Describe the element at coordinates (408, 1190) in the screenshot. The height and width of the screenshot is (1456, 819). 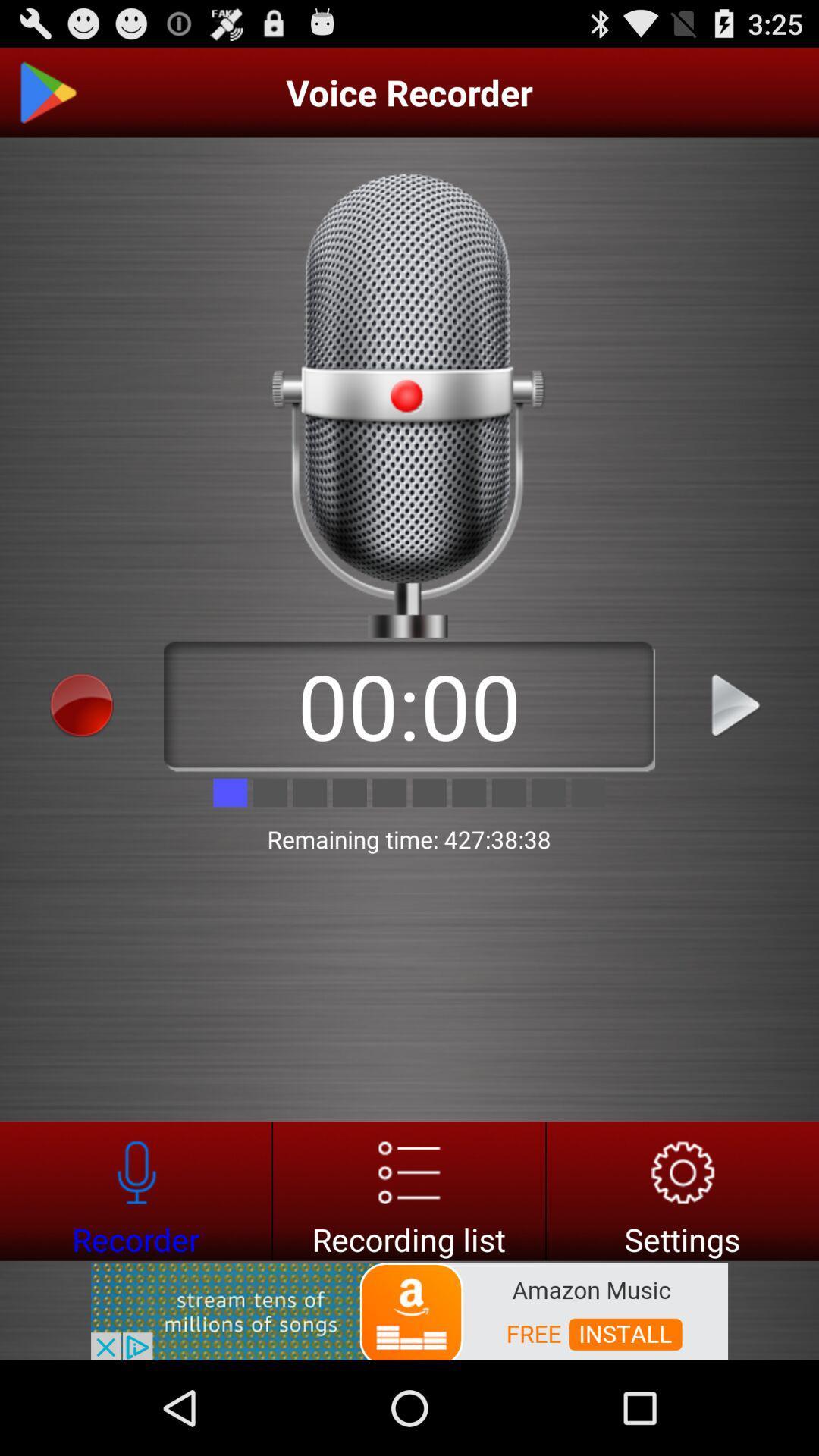
I see `previous recordings` at that location.